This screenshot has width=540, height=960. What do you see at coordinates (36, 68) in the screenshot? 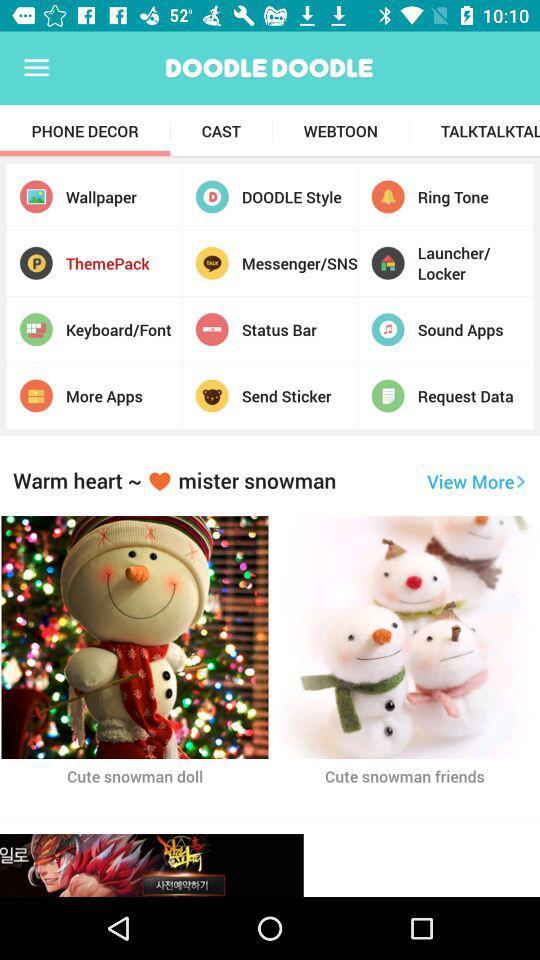
I see `the app above the phone decor item` at bounding box center [36, 68].